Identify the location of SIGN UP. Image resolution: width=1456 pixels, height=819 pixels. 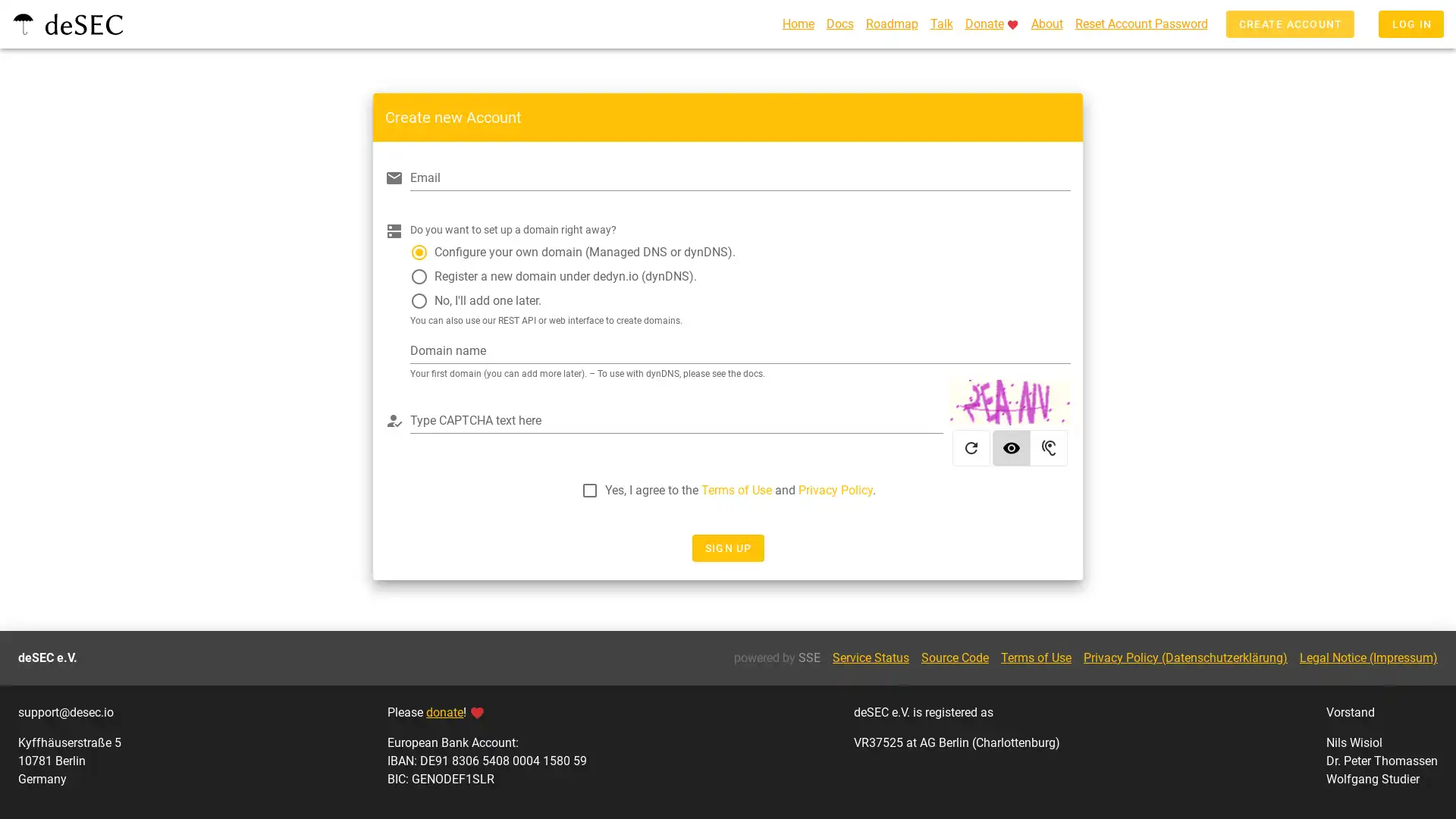
(726, 551).